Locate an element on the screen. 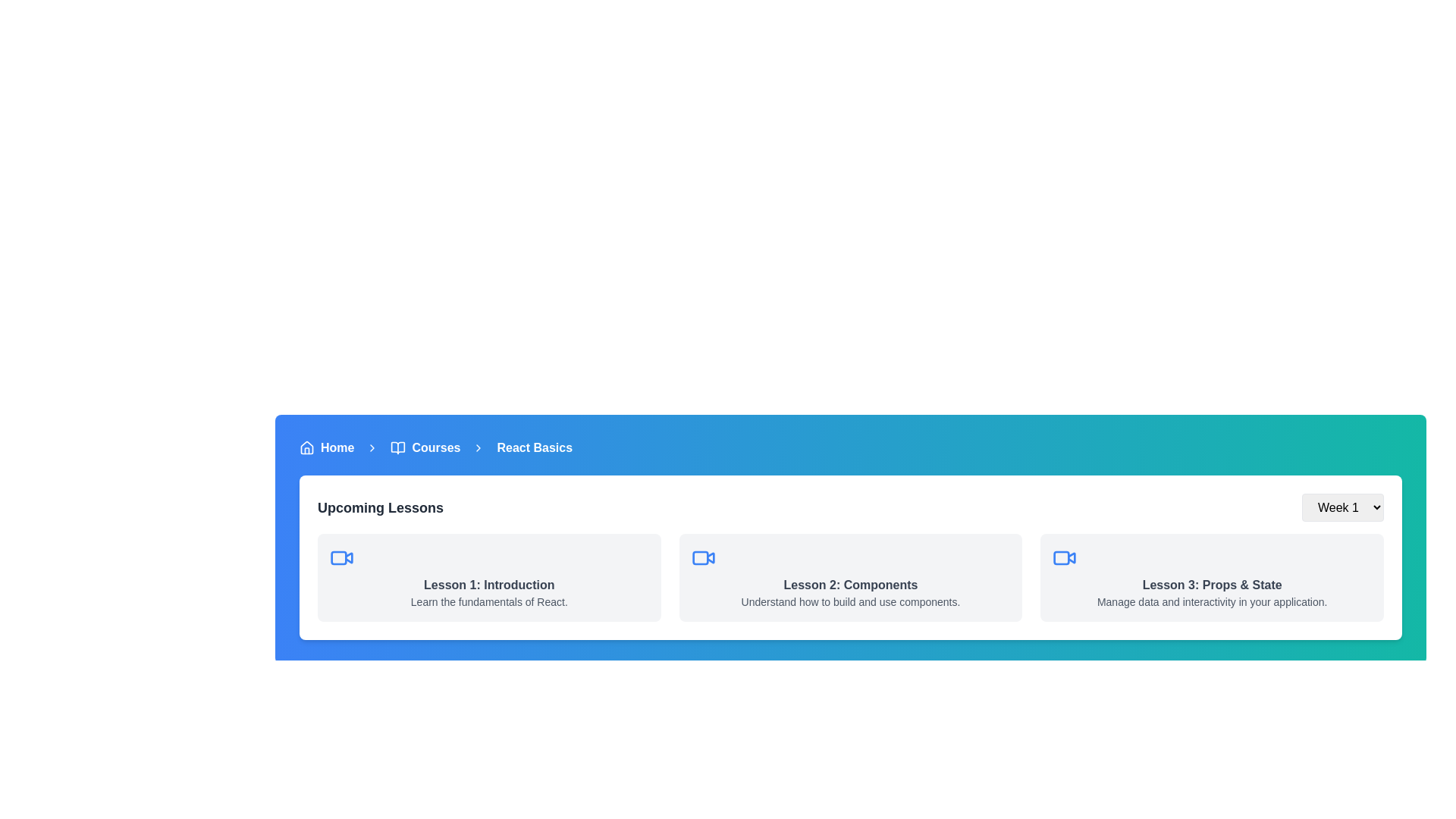 This screenshot has height=819, width=1456. the static text displaying 'Learn the fundamentals of React.' which is styled in gray and located within a card below 'Lesson 1: Introduction' is located at coordinates (489, 601).